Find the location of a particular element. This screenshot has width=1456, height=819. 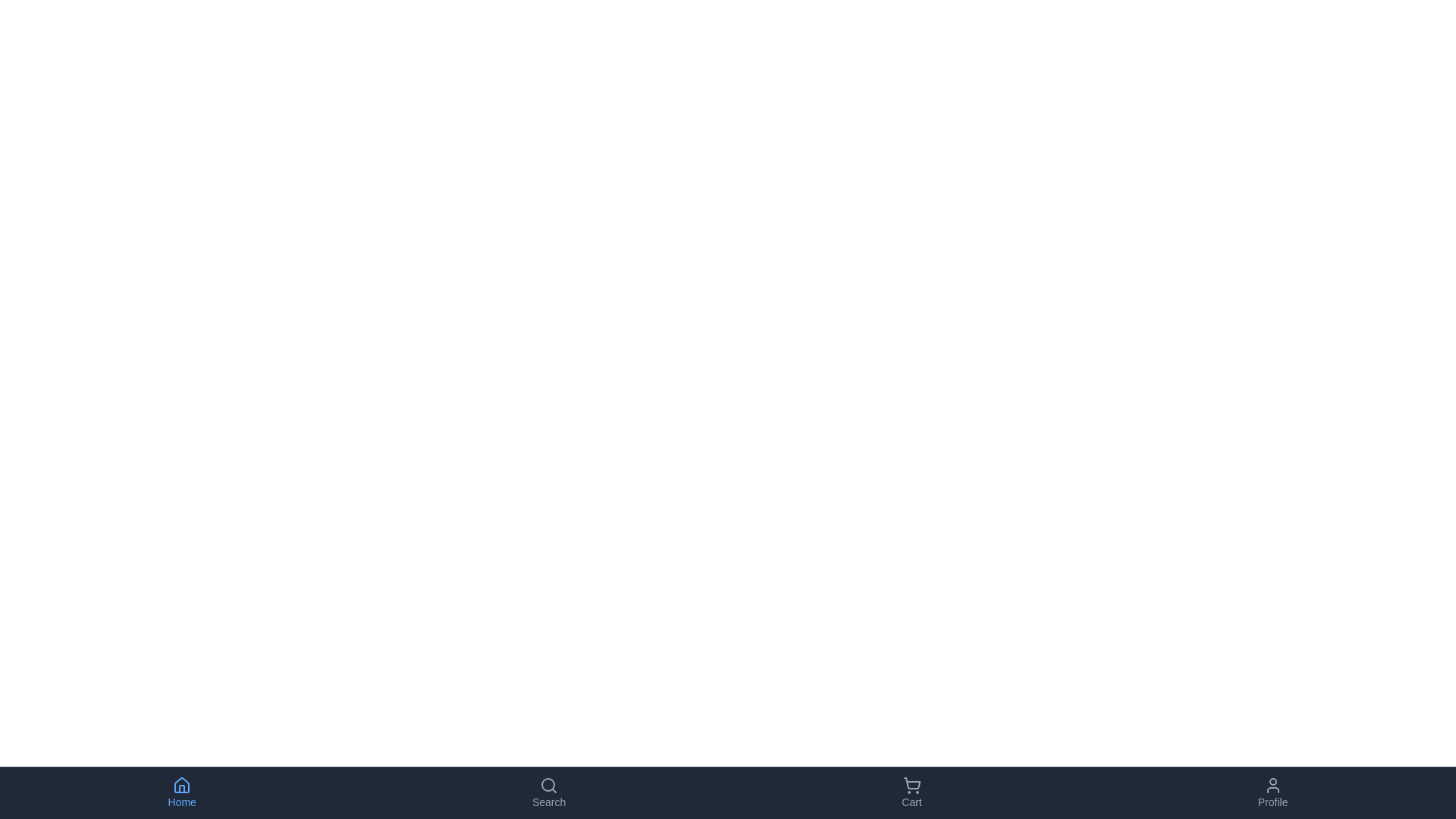

the decorative SVG circle that is part of the search icon in the bottom navigation bar is located at coordinates (548, 784).